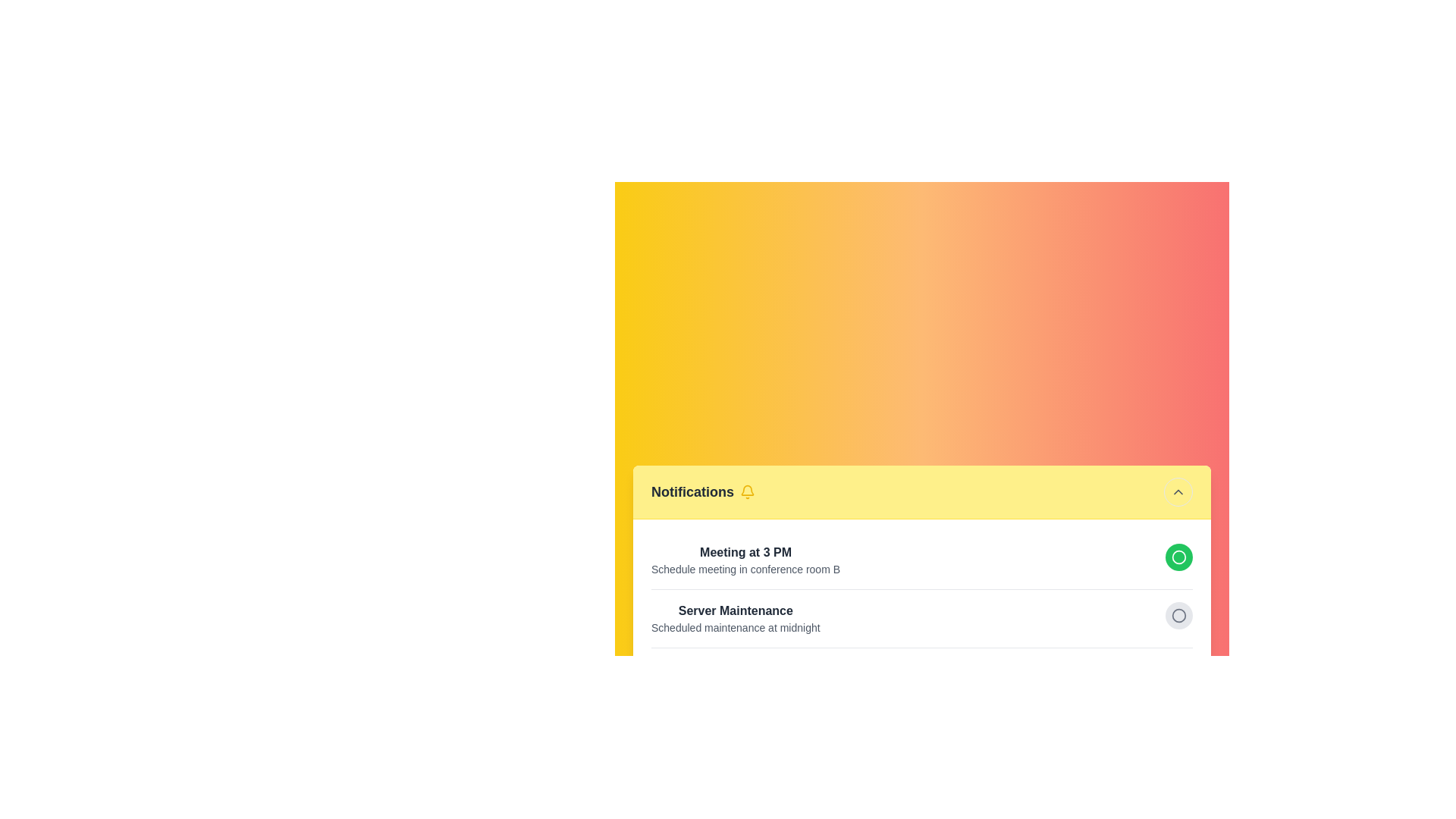 Image resolution: width=1456 pixels, height=819 pixels. Describe the element at coordinates (1178, 557) in the screenshot. I see `the circular icon with a thin black border and white center, located within the green circular button of the second notification item next to the text 'Meeting at 3 PM'` at that location.